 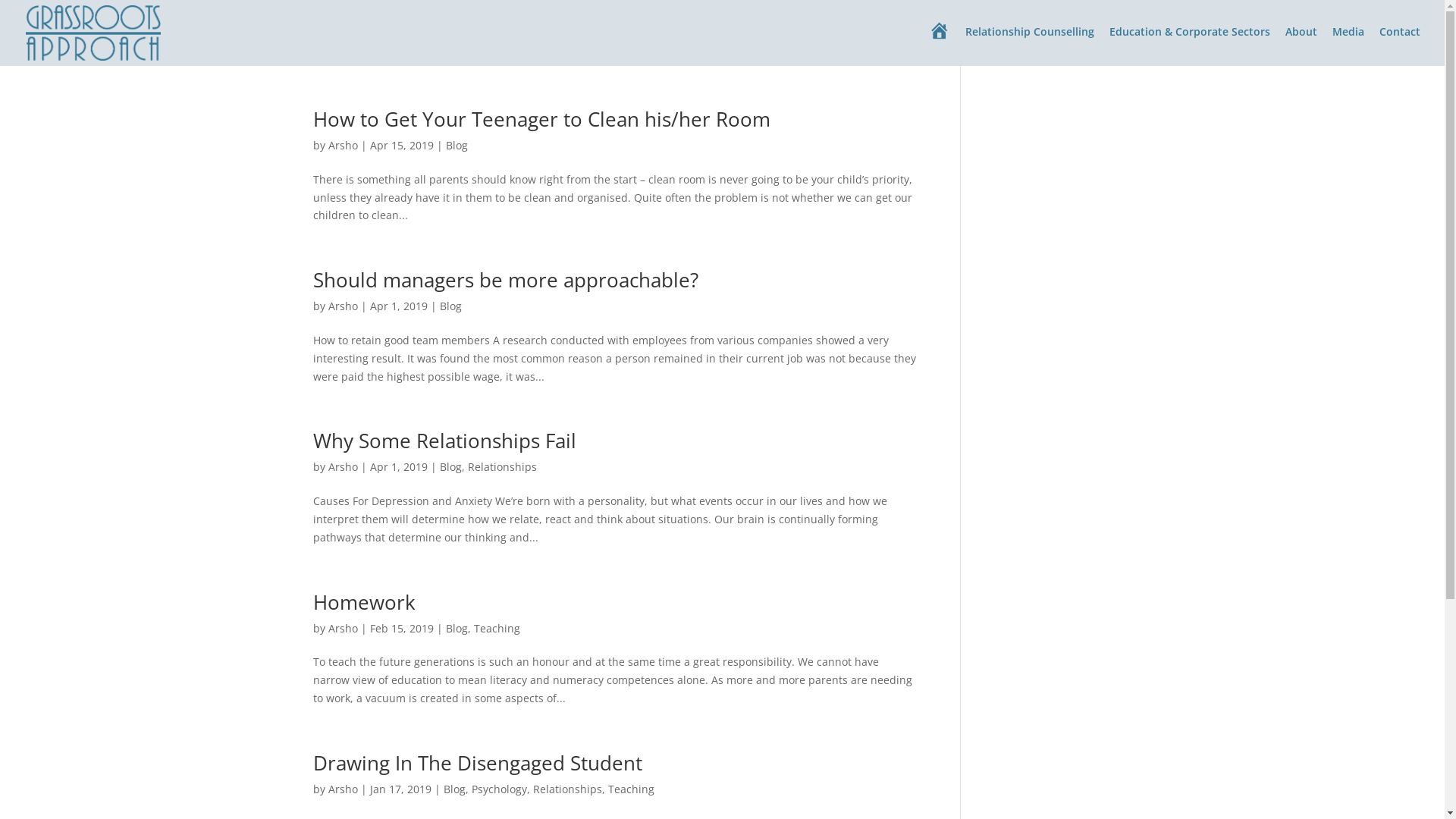 What do you see at coordinates (472, 628) in the screenshot?
I see `'Teaching'` at bounding box center [472, 628].